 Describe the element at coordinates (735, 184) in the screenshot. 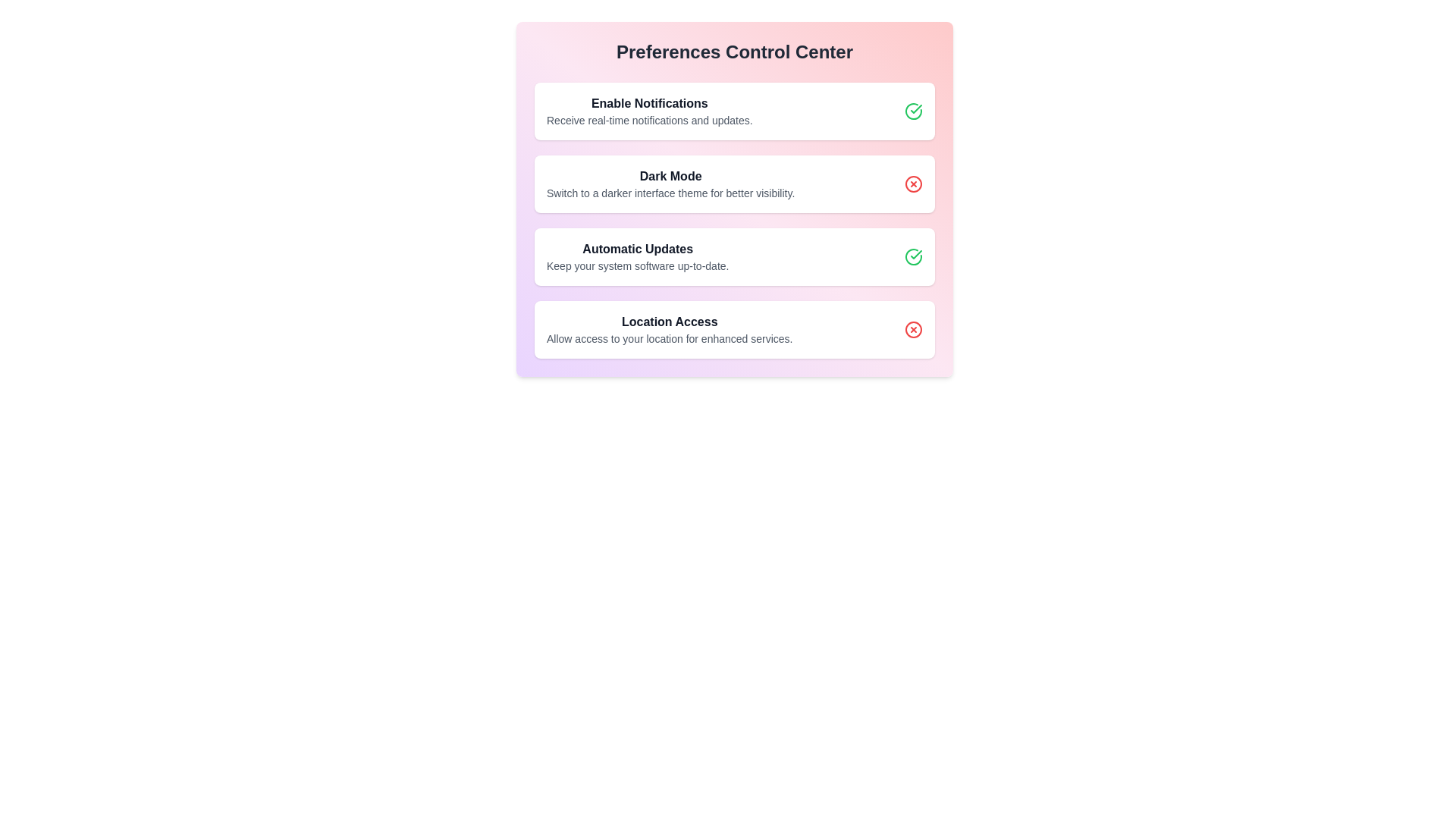

I see `the dark mode toggle option item located in the Preferences Control Center, which is the second item in the vertical list of options` at that location.